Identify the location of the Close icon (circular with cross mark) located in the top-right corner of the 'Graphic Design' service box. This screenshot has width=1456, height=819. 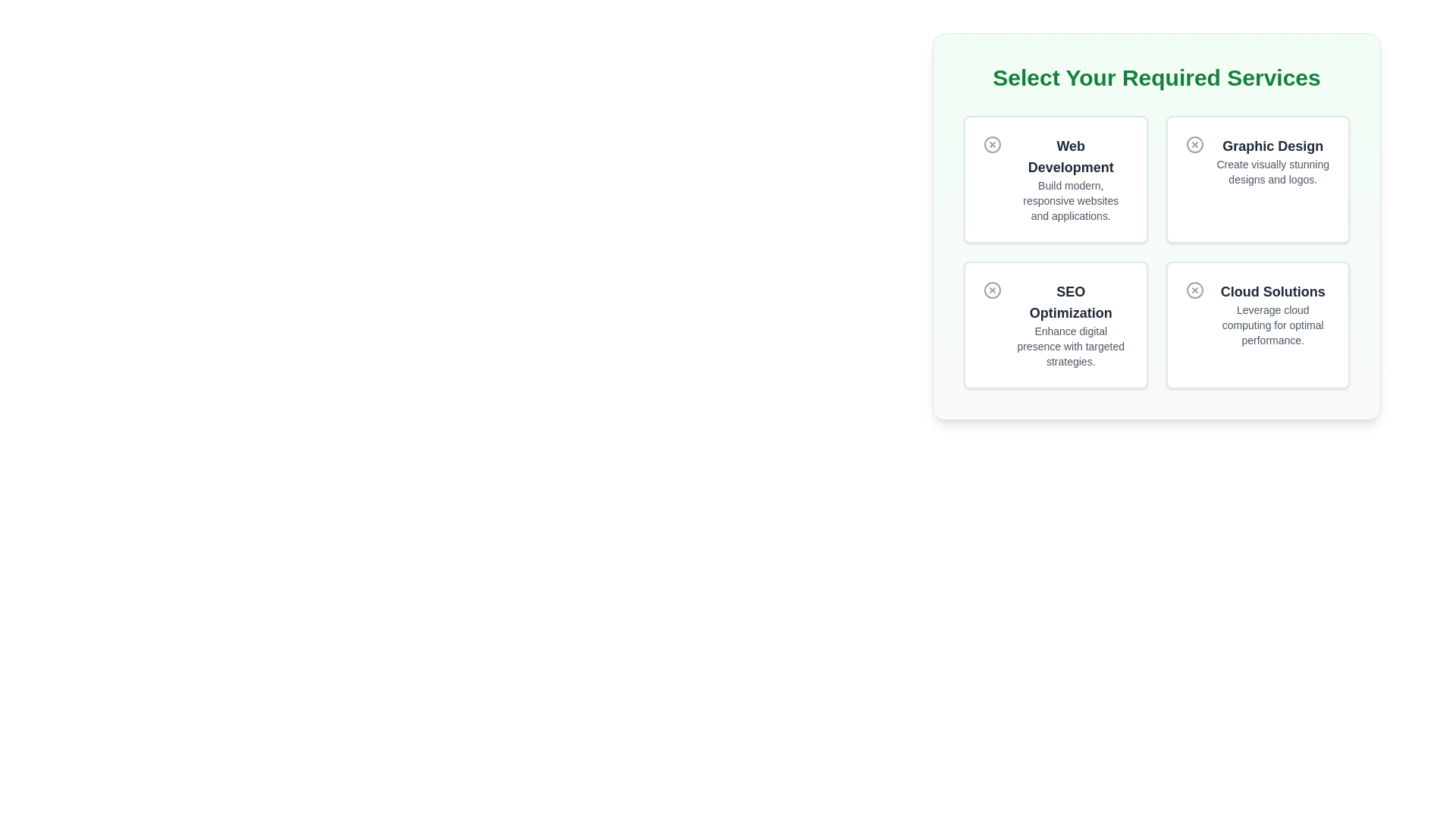
(1194, 145).